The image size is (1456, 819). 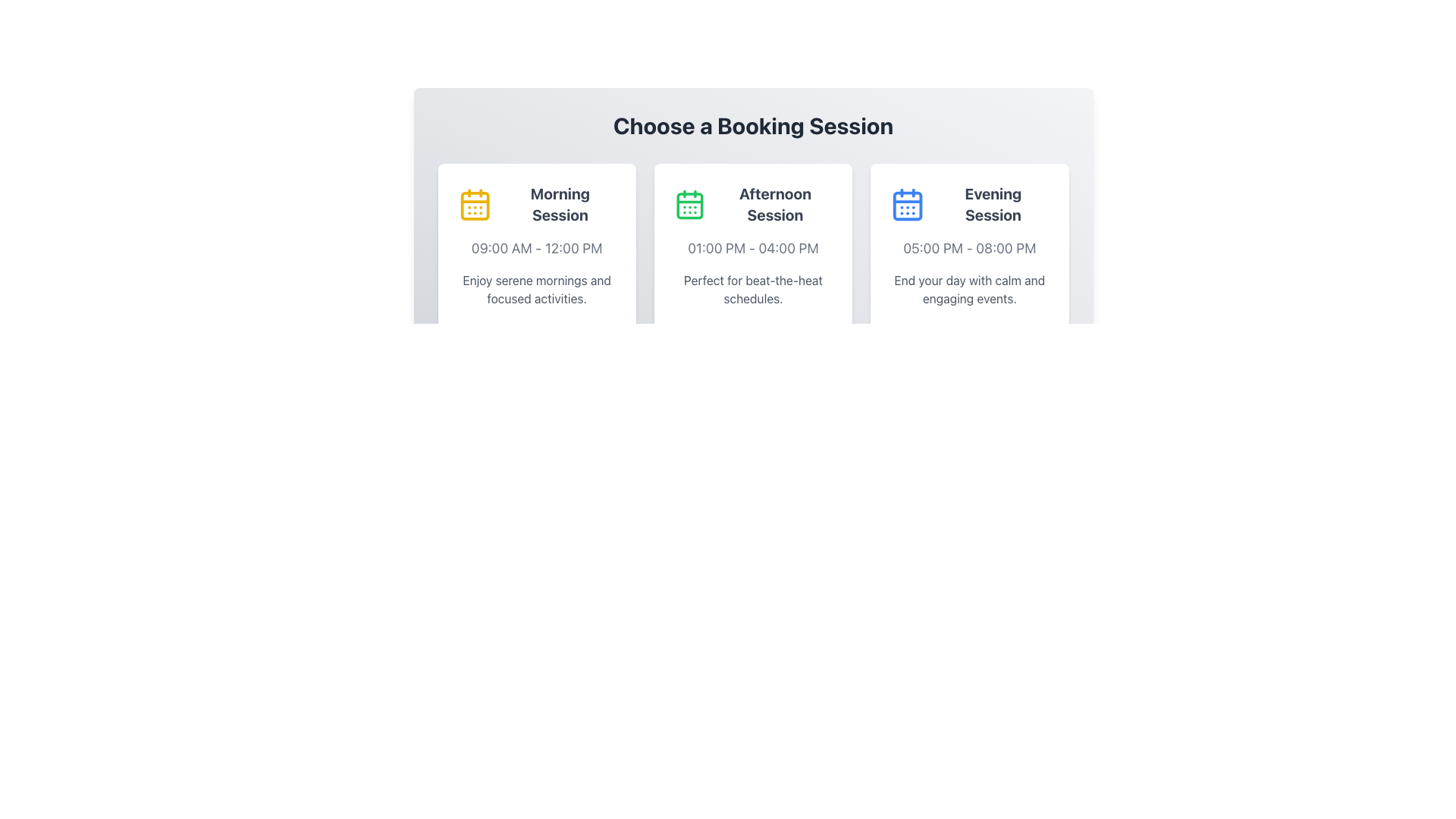 I want to click on the description text located within the 'Morning Session' booking card, which is positioned below the session time '09:00 AM - 12:00 PM' and above the attendee count '24 people attended', so click(x=537, y=289).